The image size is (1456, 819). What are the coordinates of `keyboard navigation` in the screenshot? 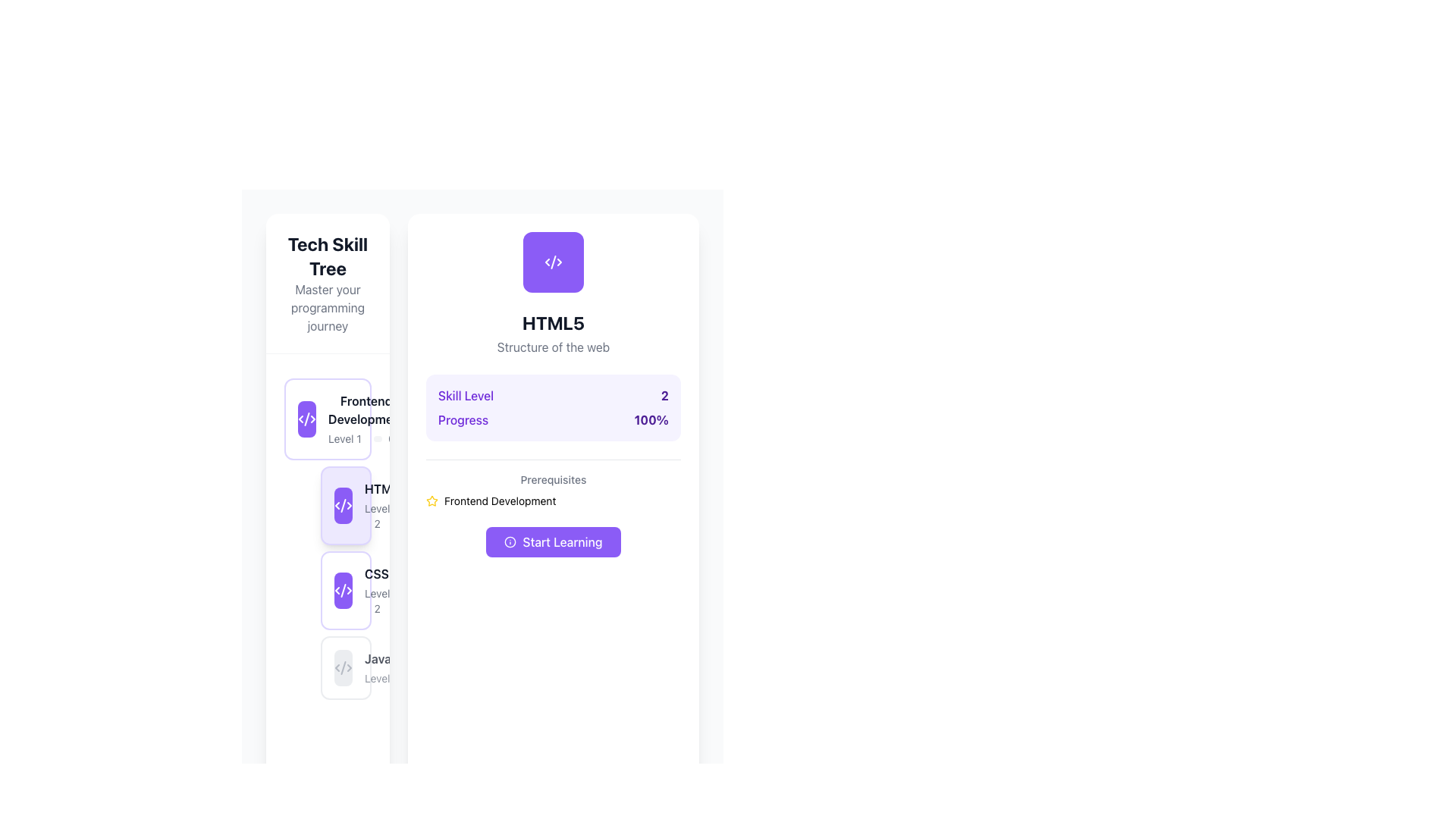 It's located at (327, 419).